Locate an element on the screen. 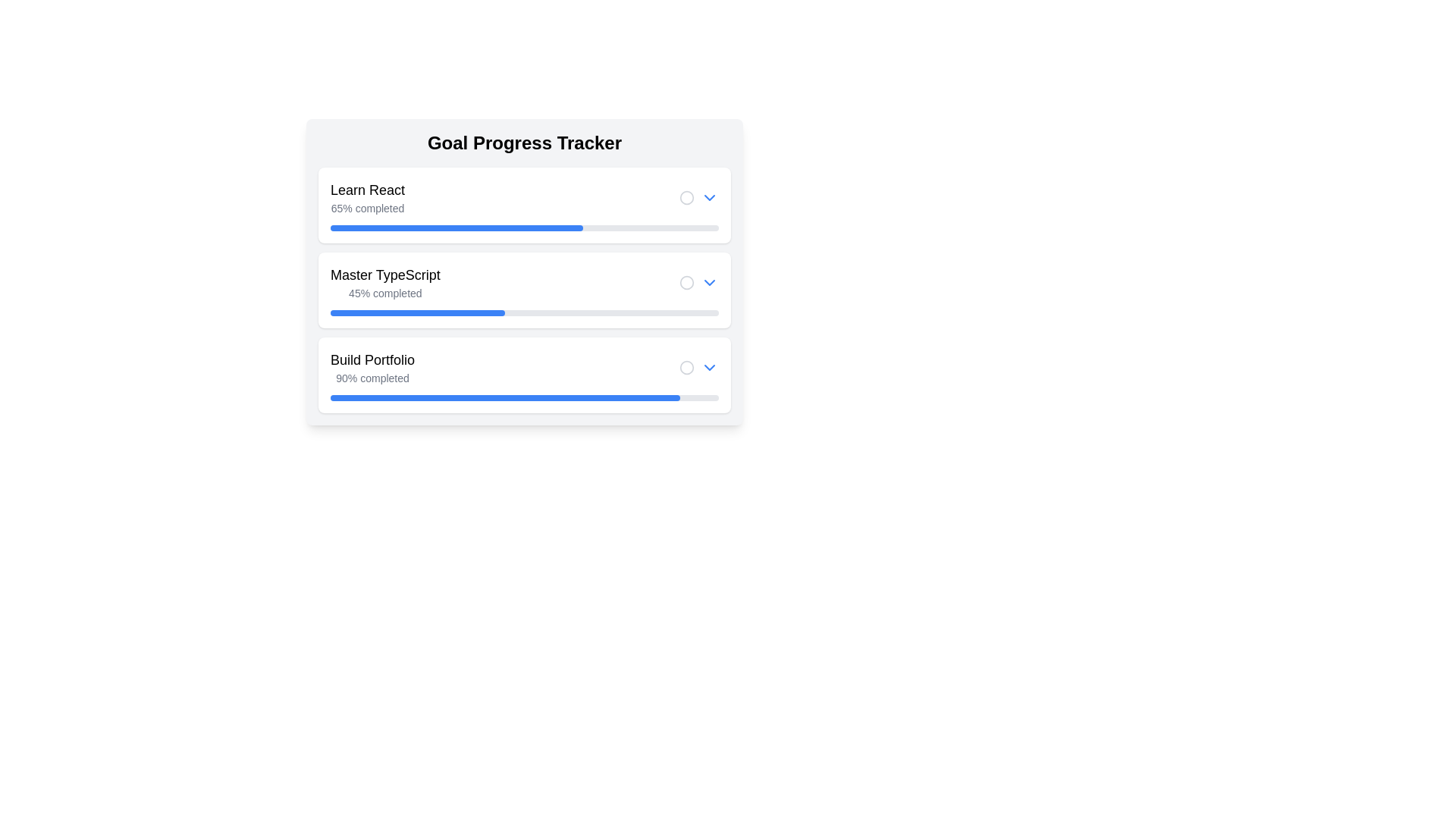  the text label displaying 'Master TypeScript', which is the title above the progress tracker and progress bar is located at coordinates (385, 275).